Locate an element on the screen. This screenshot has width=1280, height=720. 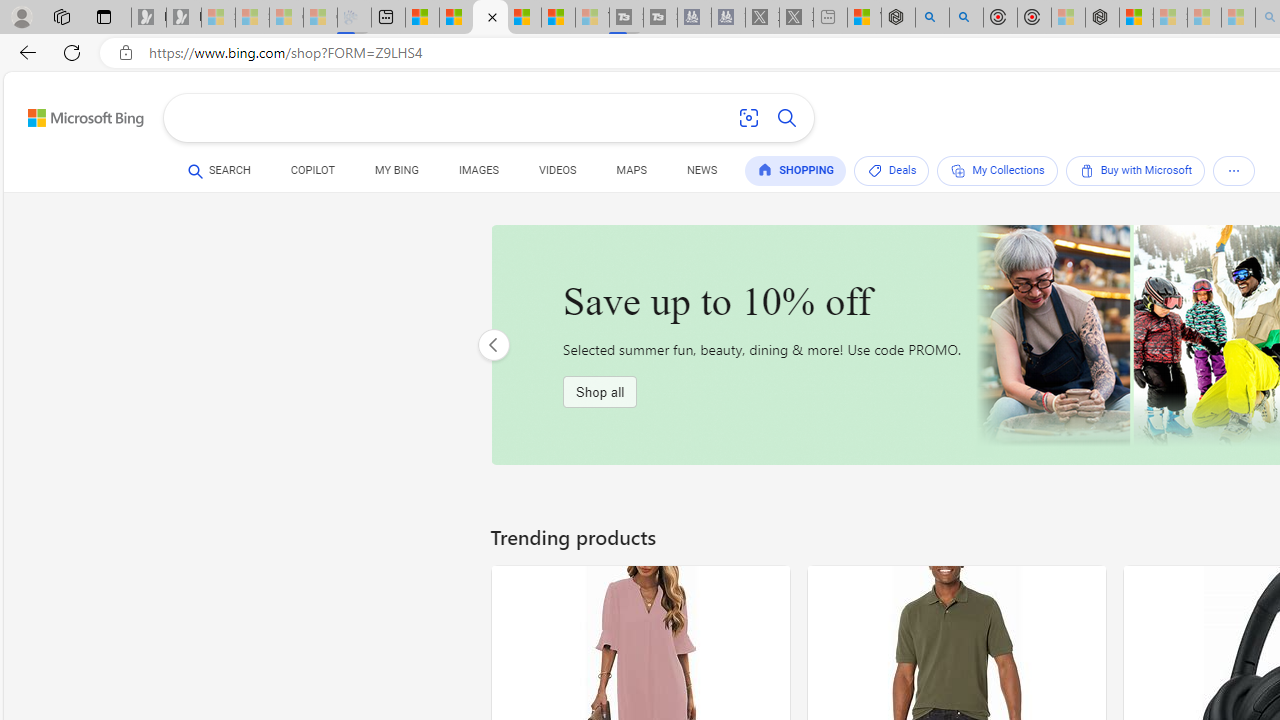
'IMAGES' is located at coordinates (477, 170).